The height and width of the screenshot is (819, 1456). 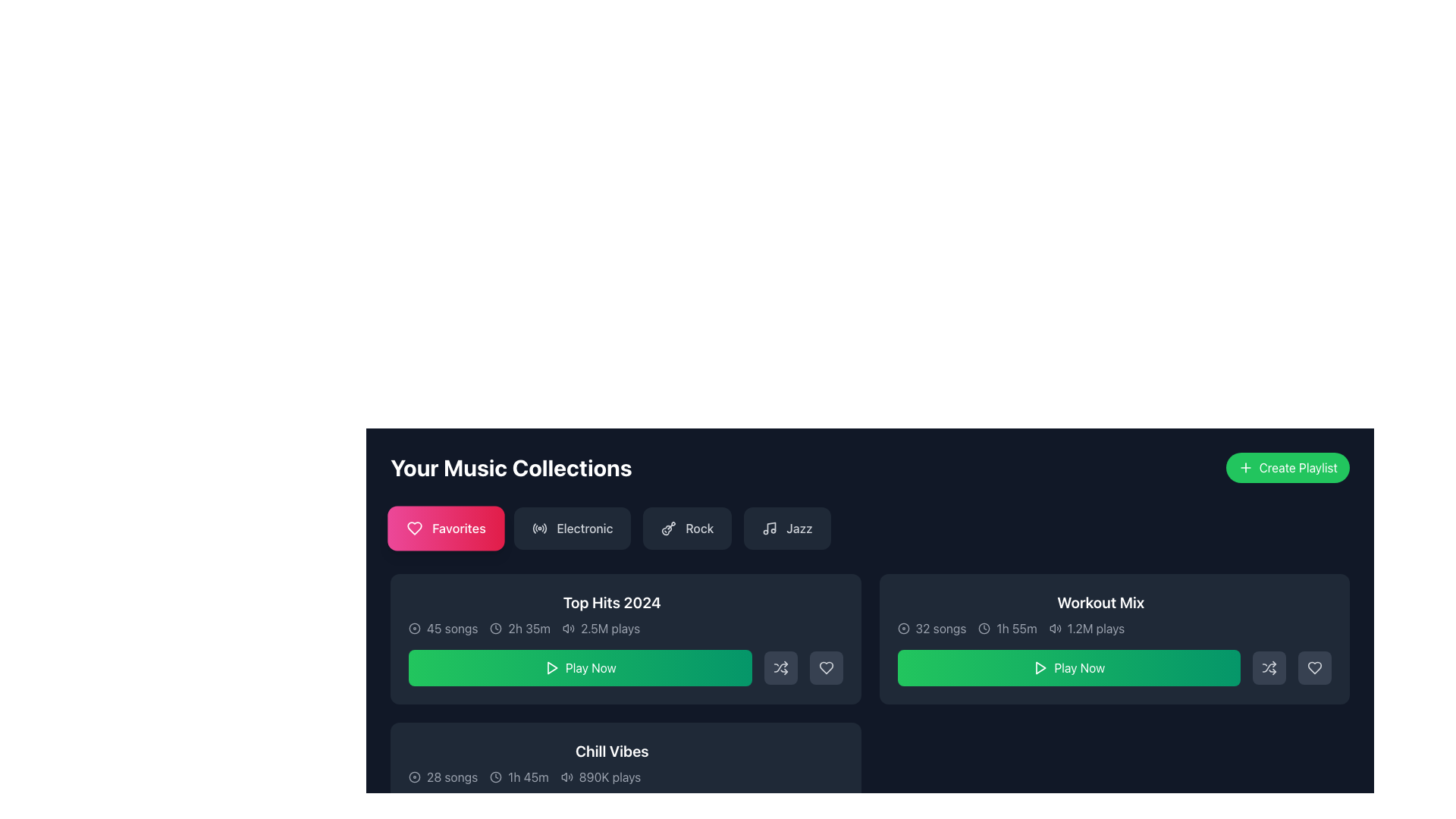 I want to click on the Text label that displays the number of songs in the music collection, which is the first item in the row of metadata within the first card of the music collections section, so click(x=442, y=629).